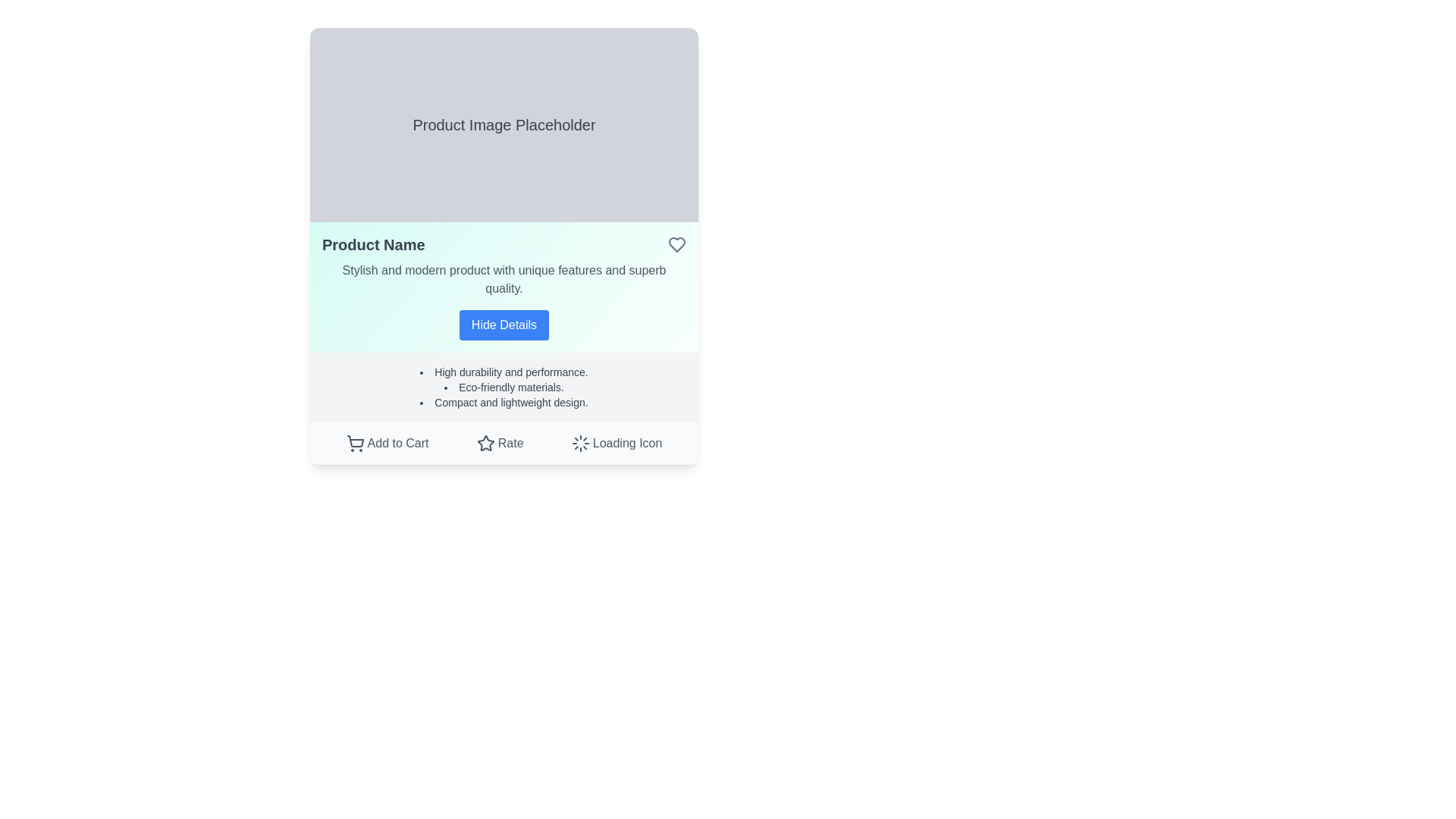  What do you see at coordinates (500, 444) in the screenshot?
I see `the Interactive Button with Icon and Text that contains a star icon and the text 'Rate'` at bounding box center [500, 444].